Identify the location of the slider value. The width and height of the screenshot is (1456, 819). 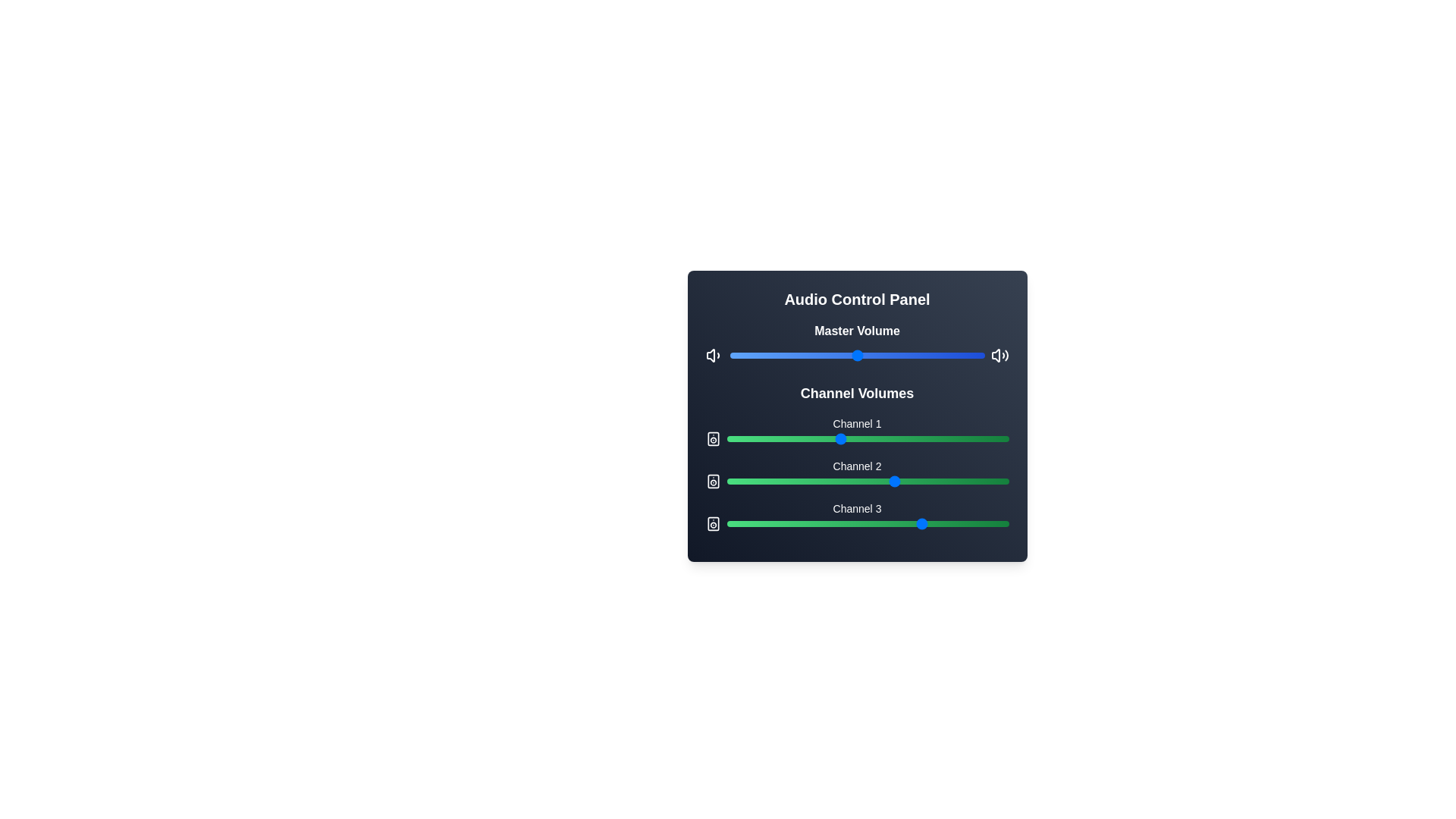
(802, 438).